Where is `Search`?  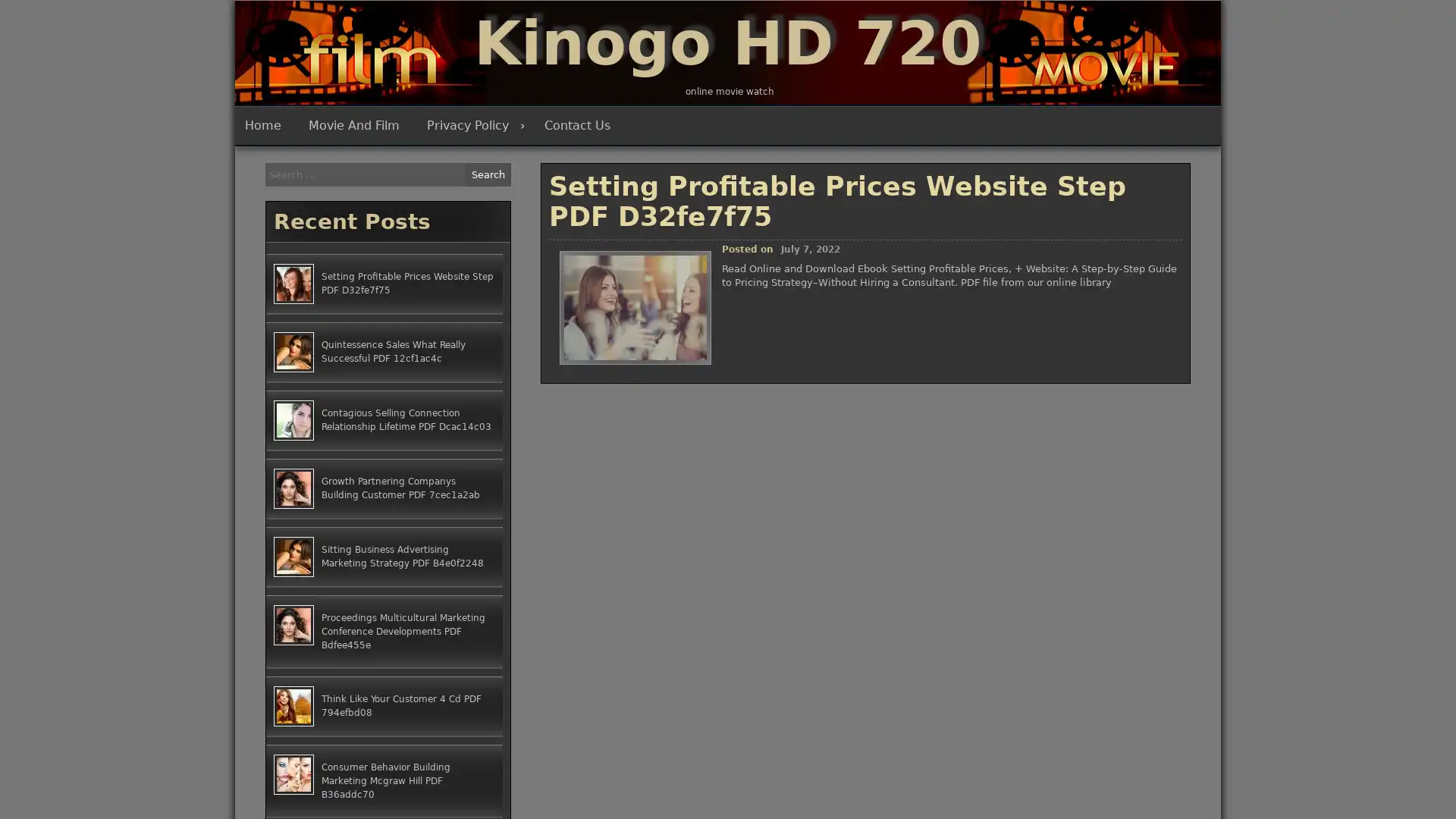 Search is located at coordinates (488, 174).